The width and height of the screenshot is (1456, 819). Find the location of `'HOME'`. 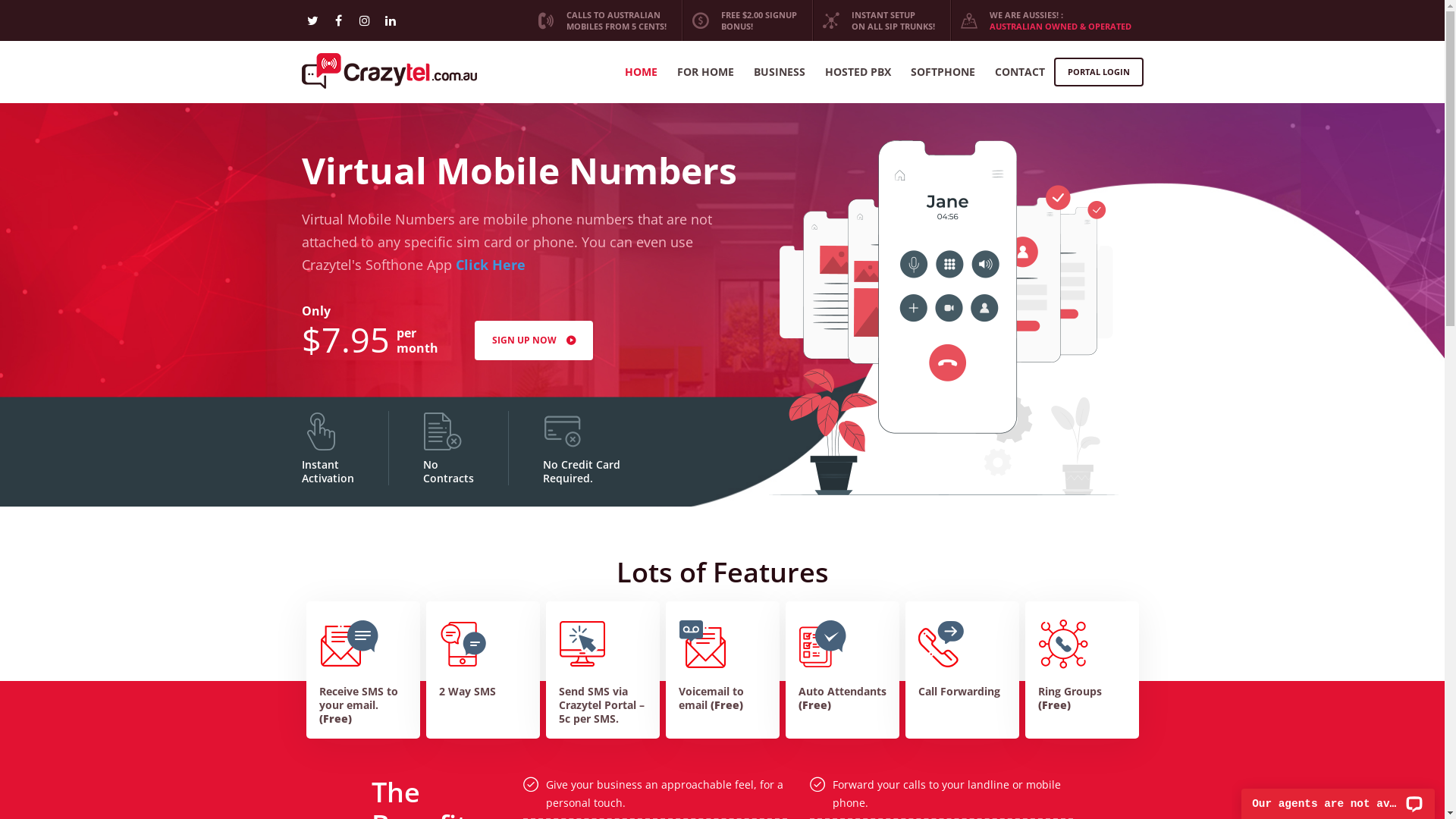

'HOME' is located at coordinates (641, 72).